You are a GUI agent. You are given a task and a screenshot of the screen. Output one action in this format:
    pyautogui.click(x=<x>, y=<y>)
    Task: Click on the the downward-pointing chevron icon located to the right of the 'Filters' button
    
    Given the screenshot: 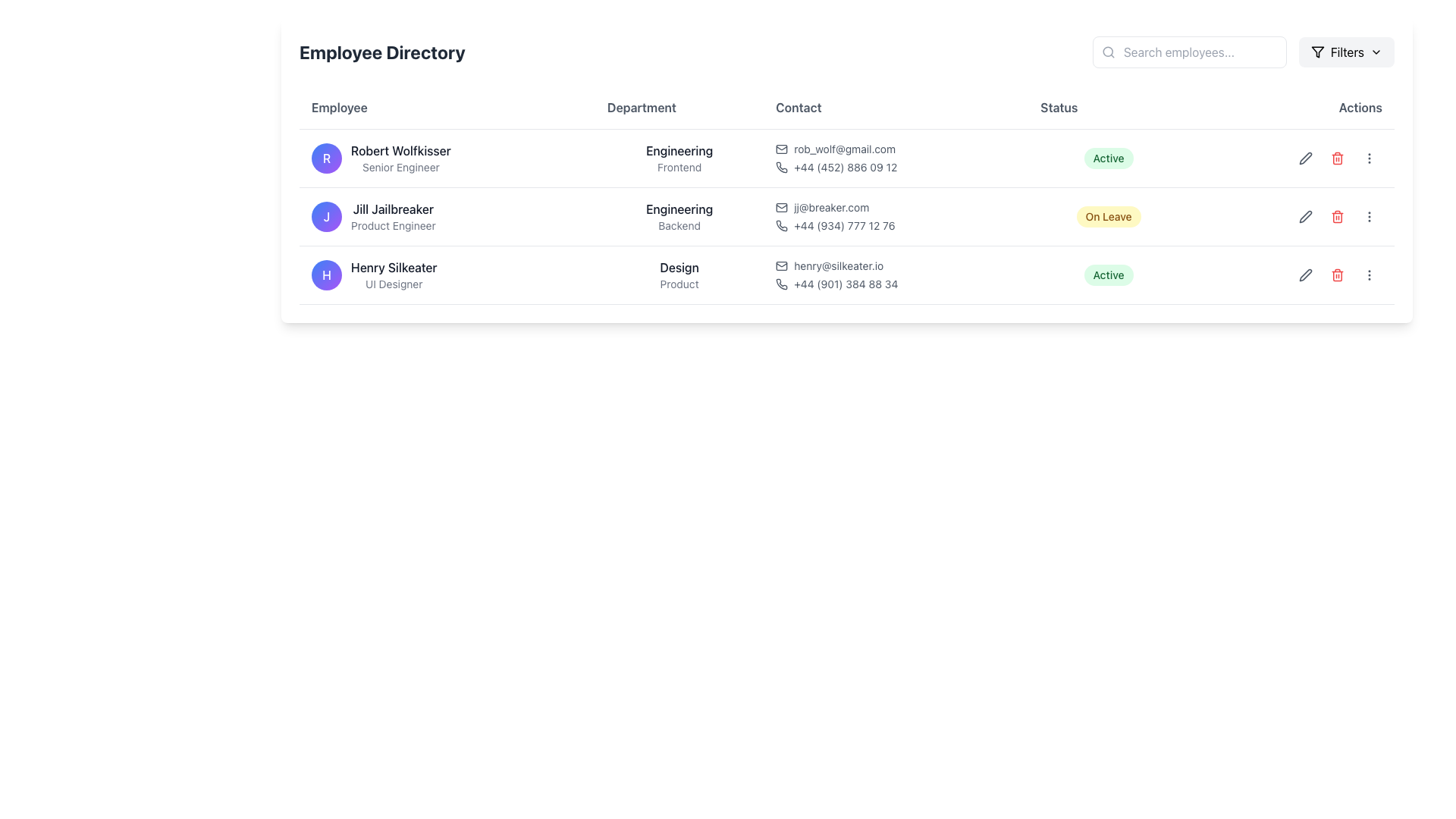 What is the action you would take?
    pyautogui.click(x=1376, y=52)
    